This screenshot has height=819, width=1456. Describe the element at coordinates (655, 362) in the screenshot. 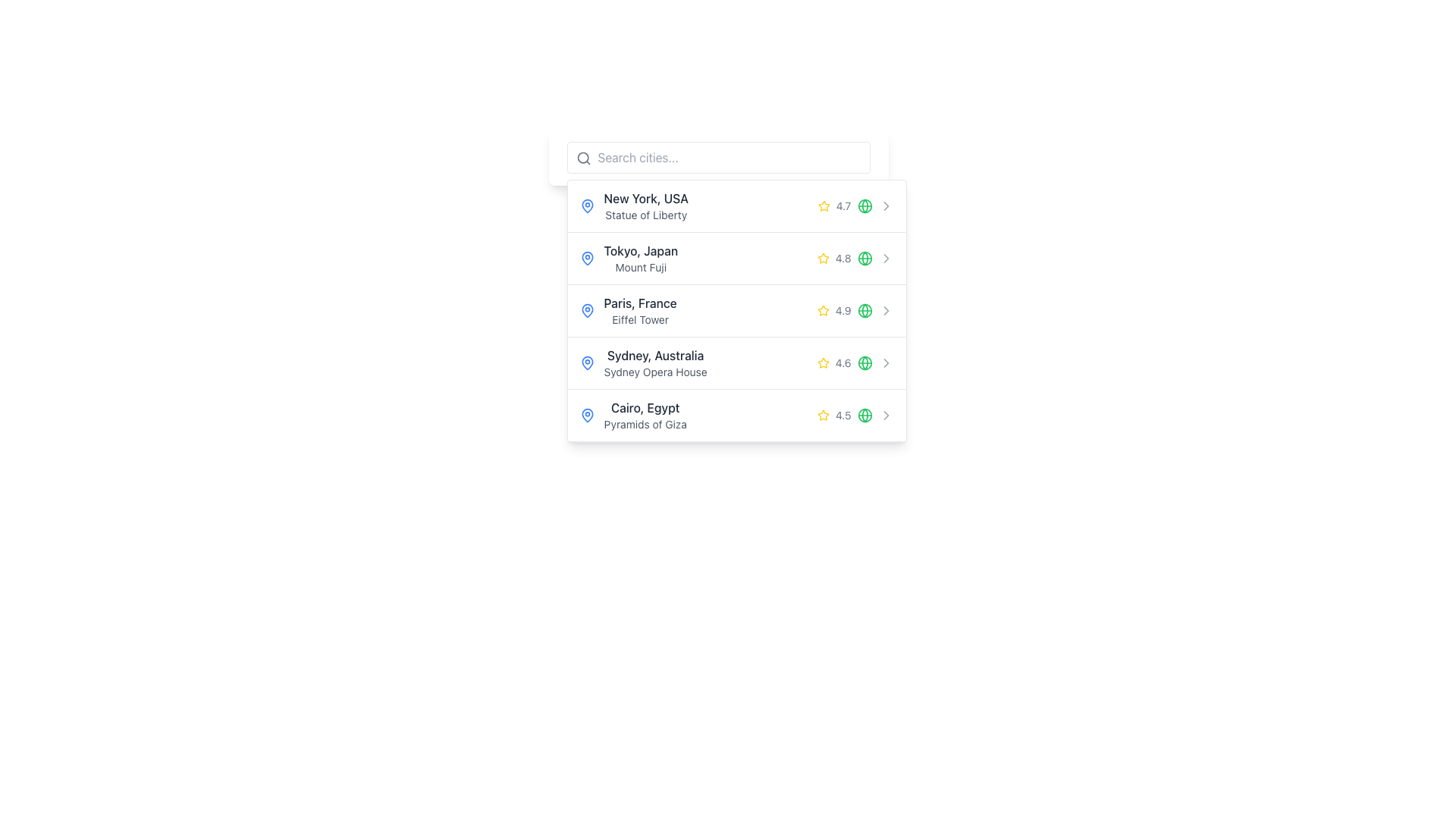

I see `the fourth item in the vertically aligned list of location entries that displays 'Sydney, Australia'` at that location.